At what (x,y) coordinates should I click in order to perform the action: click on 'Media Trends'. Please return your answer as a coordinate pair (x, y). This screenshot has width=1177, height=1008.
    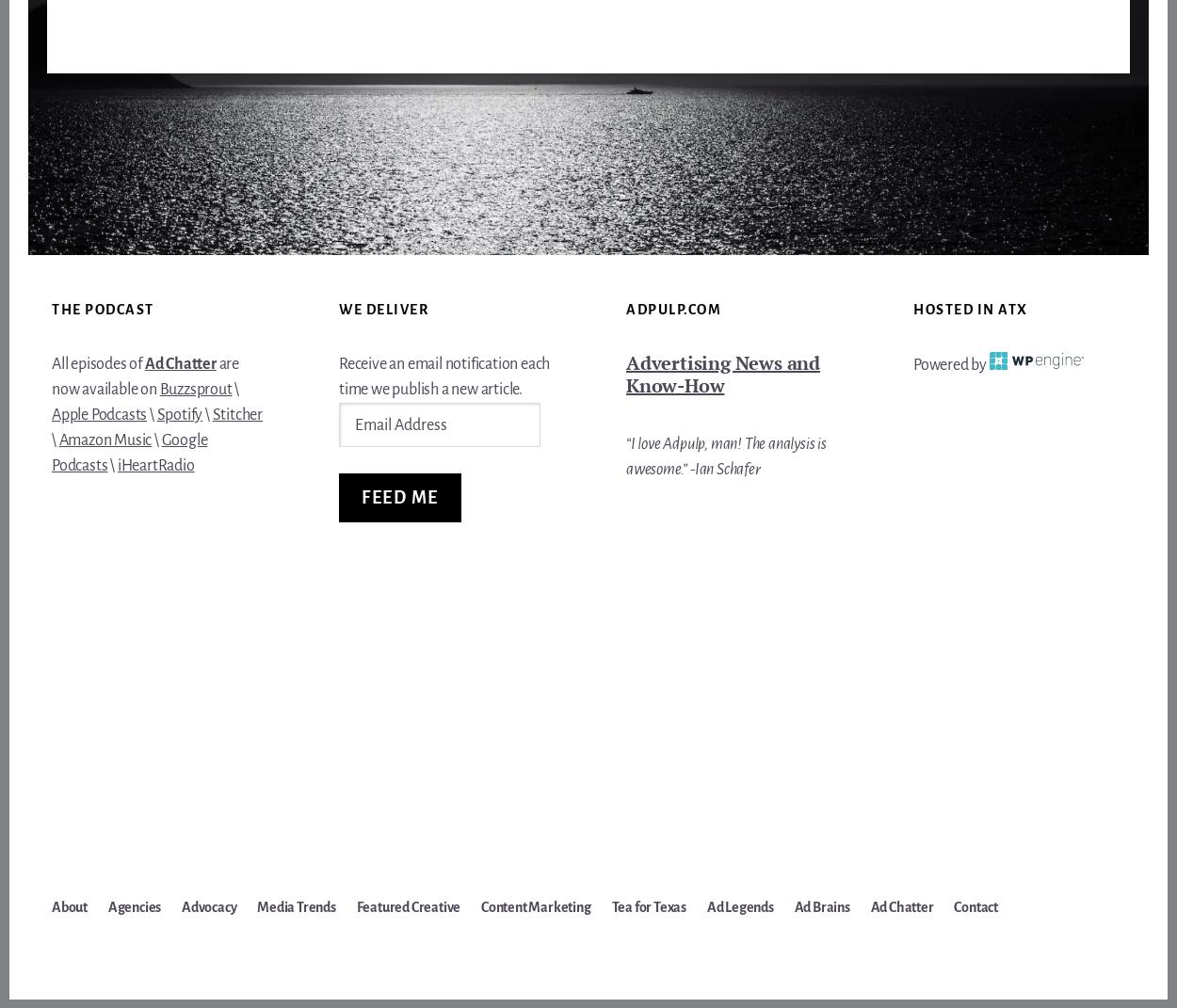
    Looking at the image, I should click on (295, 906).